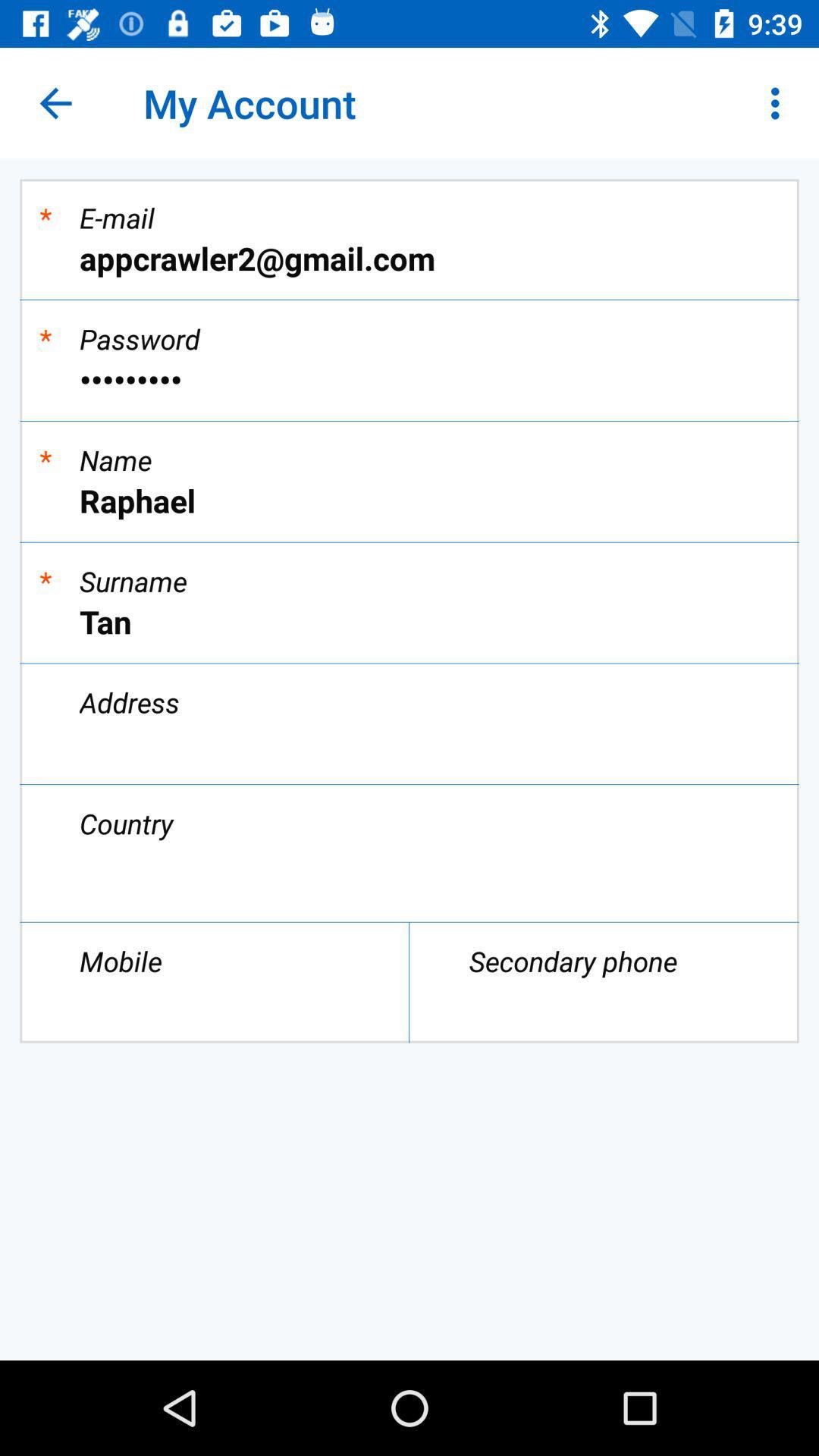  I want to click on the icon to the left of the my account, so click(55, 102).